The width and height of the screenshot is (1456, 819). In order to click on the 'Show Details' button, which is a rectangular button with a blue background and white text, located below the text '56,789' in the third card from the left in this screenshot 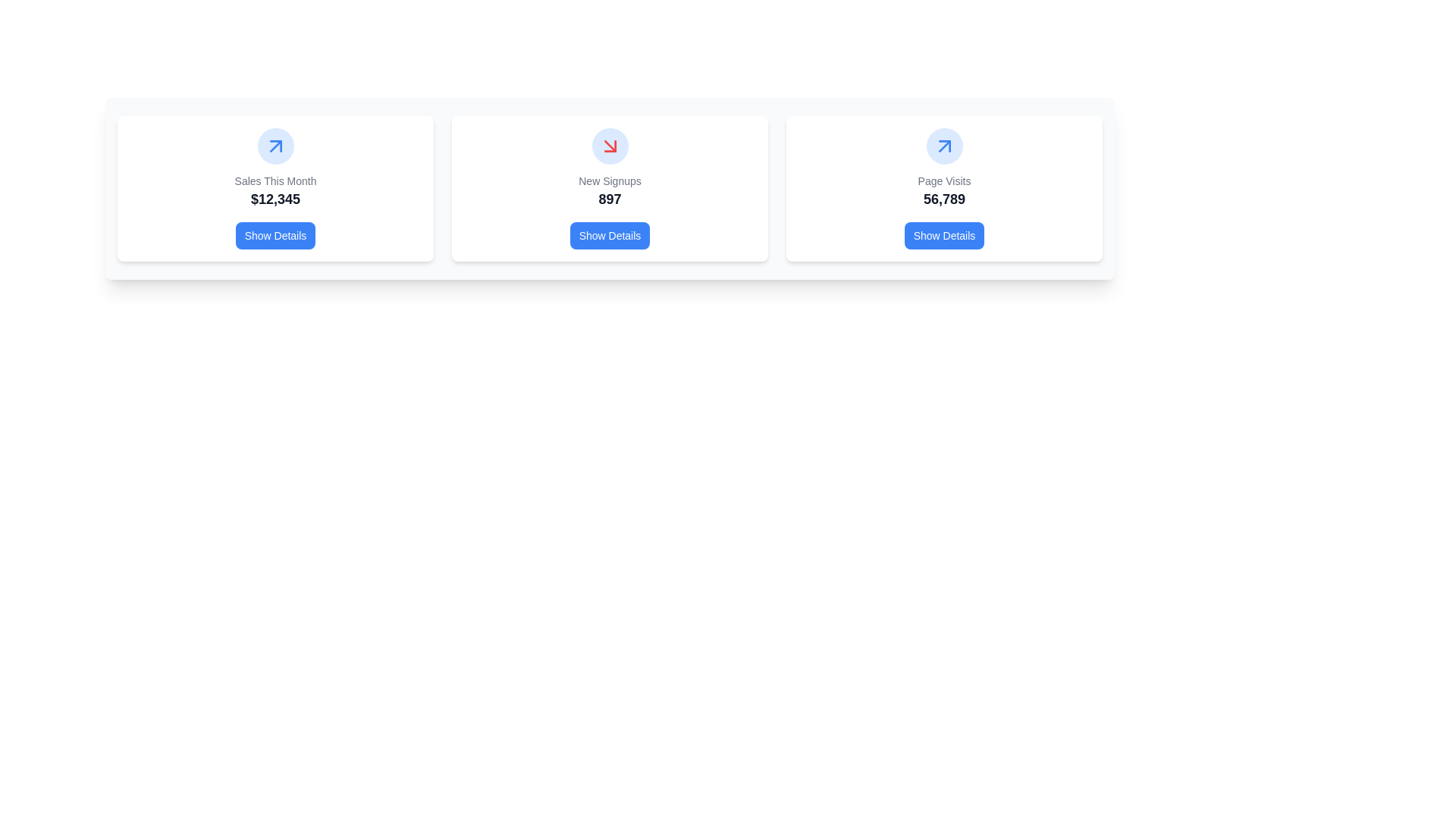, I will do `click(943, 236)`.